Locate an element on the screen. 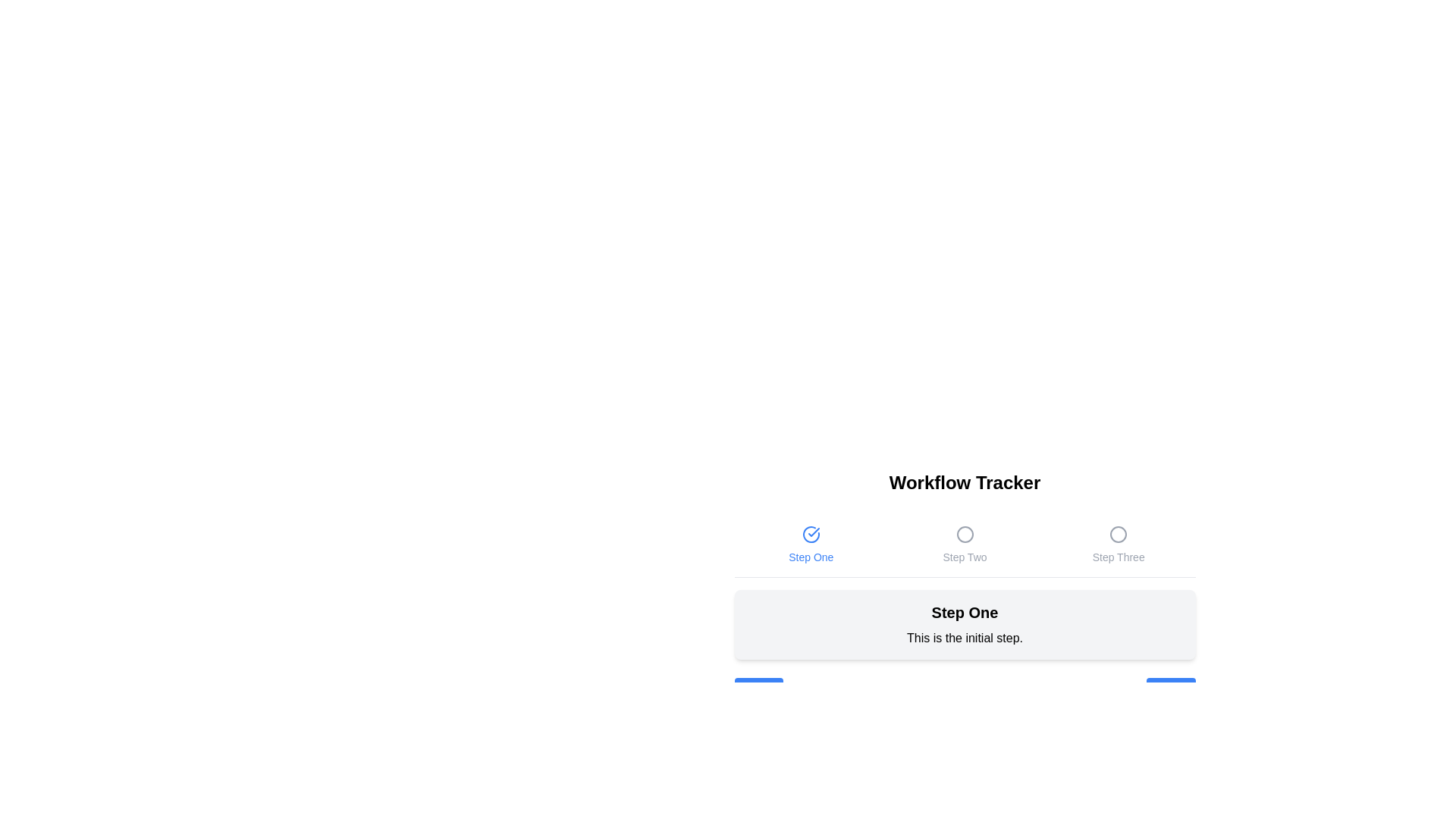 The width and height of the screenshot is (1456, 819). the Step Indicator labeled 'Step Three', which features a circular icon and a text label, for visual feedback is located at coordinates (1119, 544).